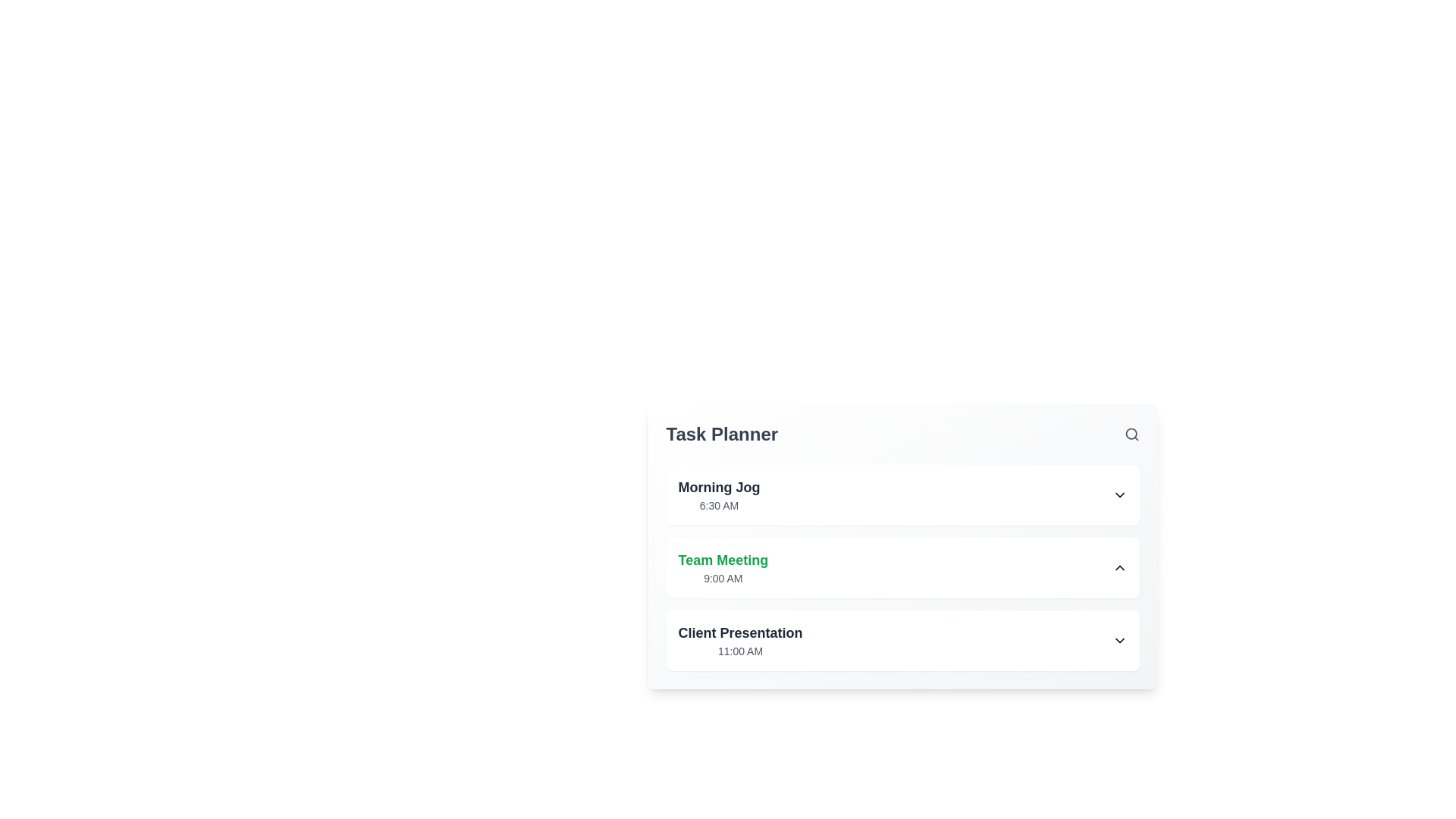 The width and height of the screenshot is (1456, 819). I want to click on the text label for the task entry 'Morning Jog' located in the 'Task Planner' section, which is positioned at the top-left corner of the first task card, so click(718, 488).